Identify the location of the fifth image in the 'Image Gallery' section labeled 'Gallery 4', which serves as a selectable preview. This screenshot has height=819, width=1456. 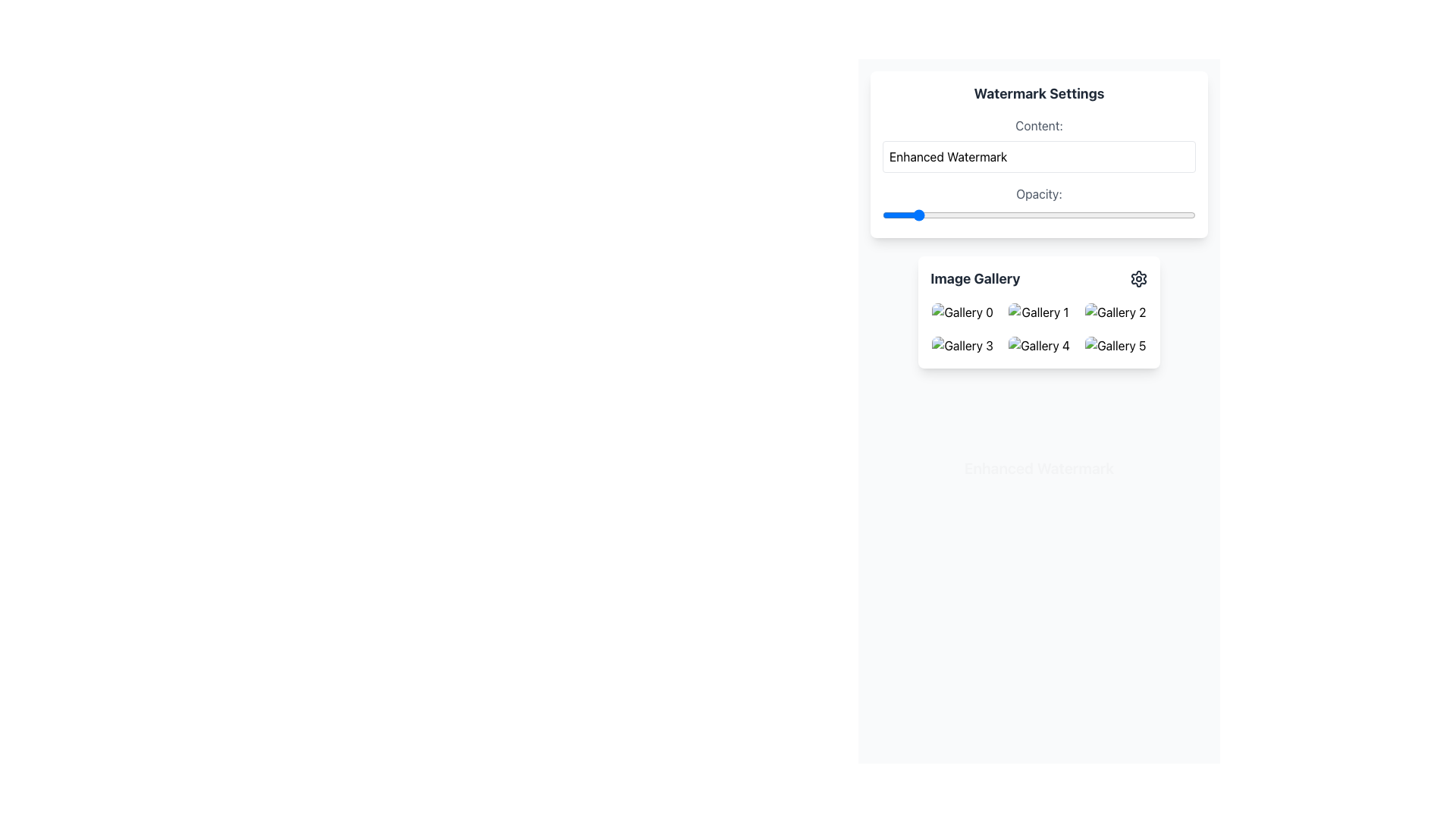
(1038, 345).